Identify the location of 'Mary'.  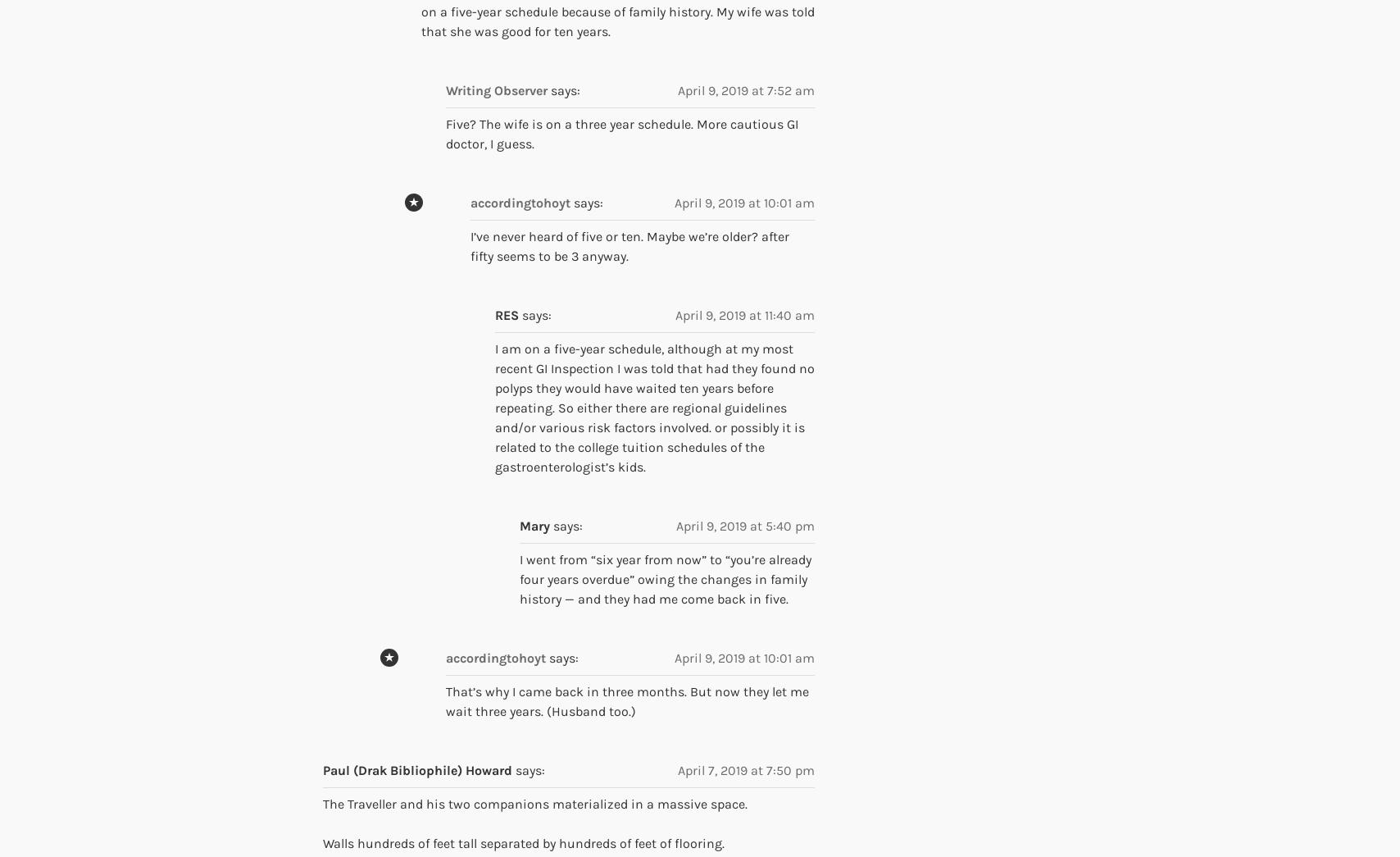
(534, 526).